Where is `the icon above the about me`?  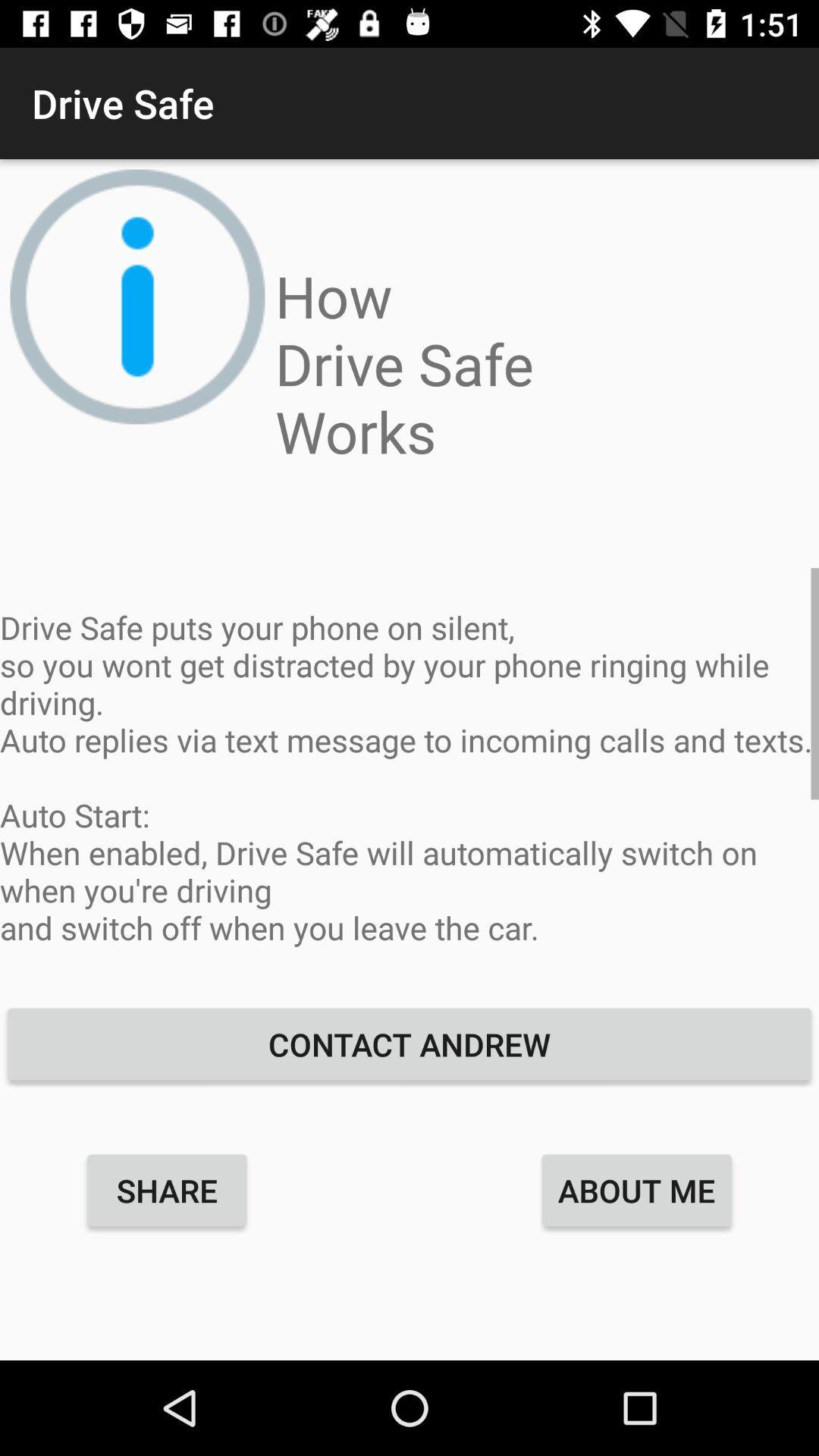 the icon above the about me is located at coordinates (409, 1043).